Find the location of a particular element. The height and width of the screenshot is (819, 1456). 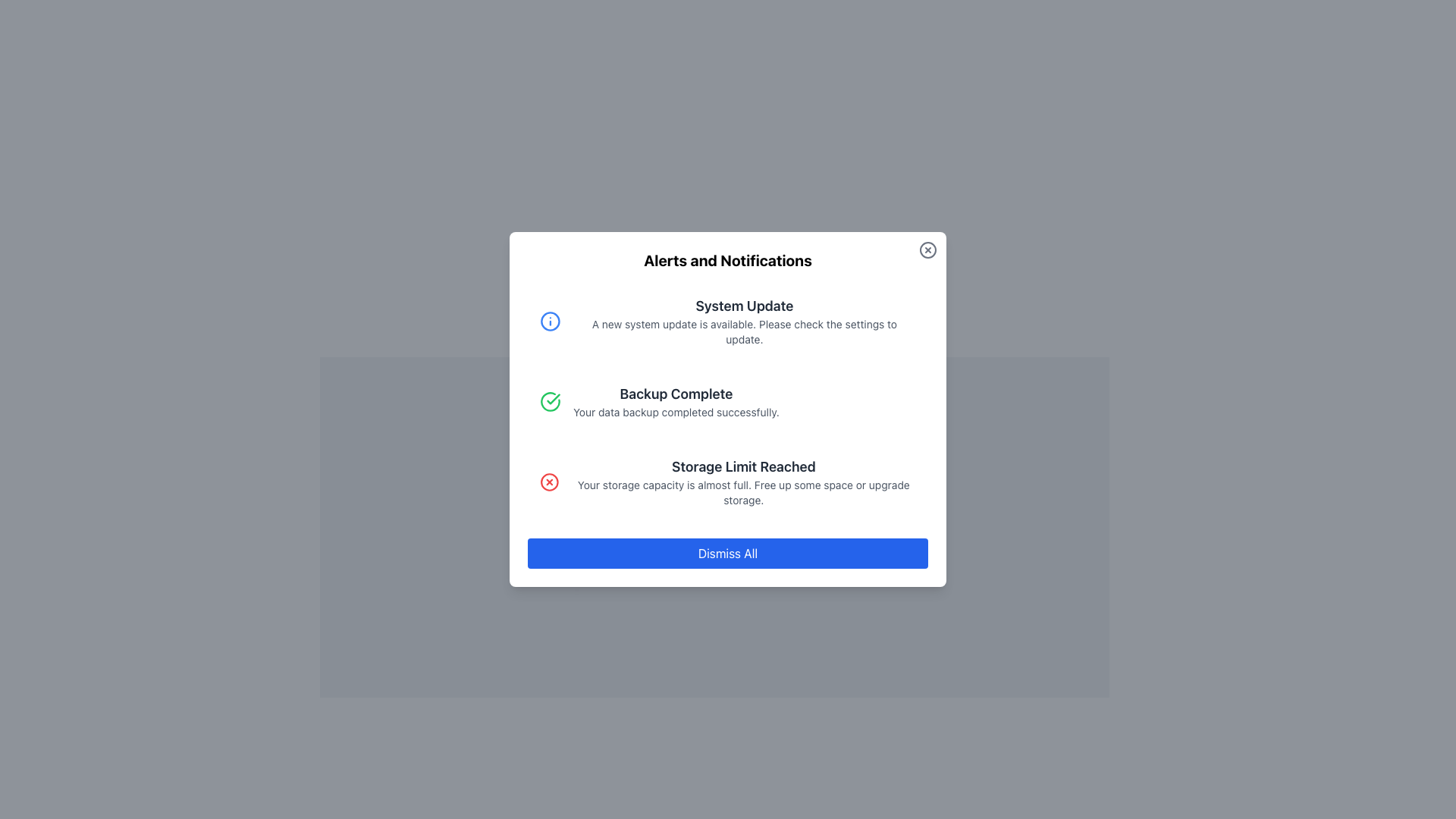

title 'Alerts and Notifications' displayed in bold at the top center of the dialog or notification box is located at coordinates (728, 259).